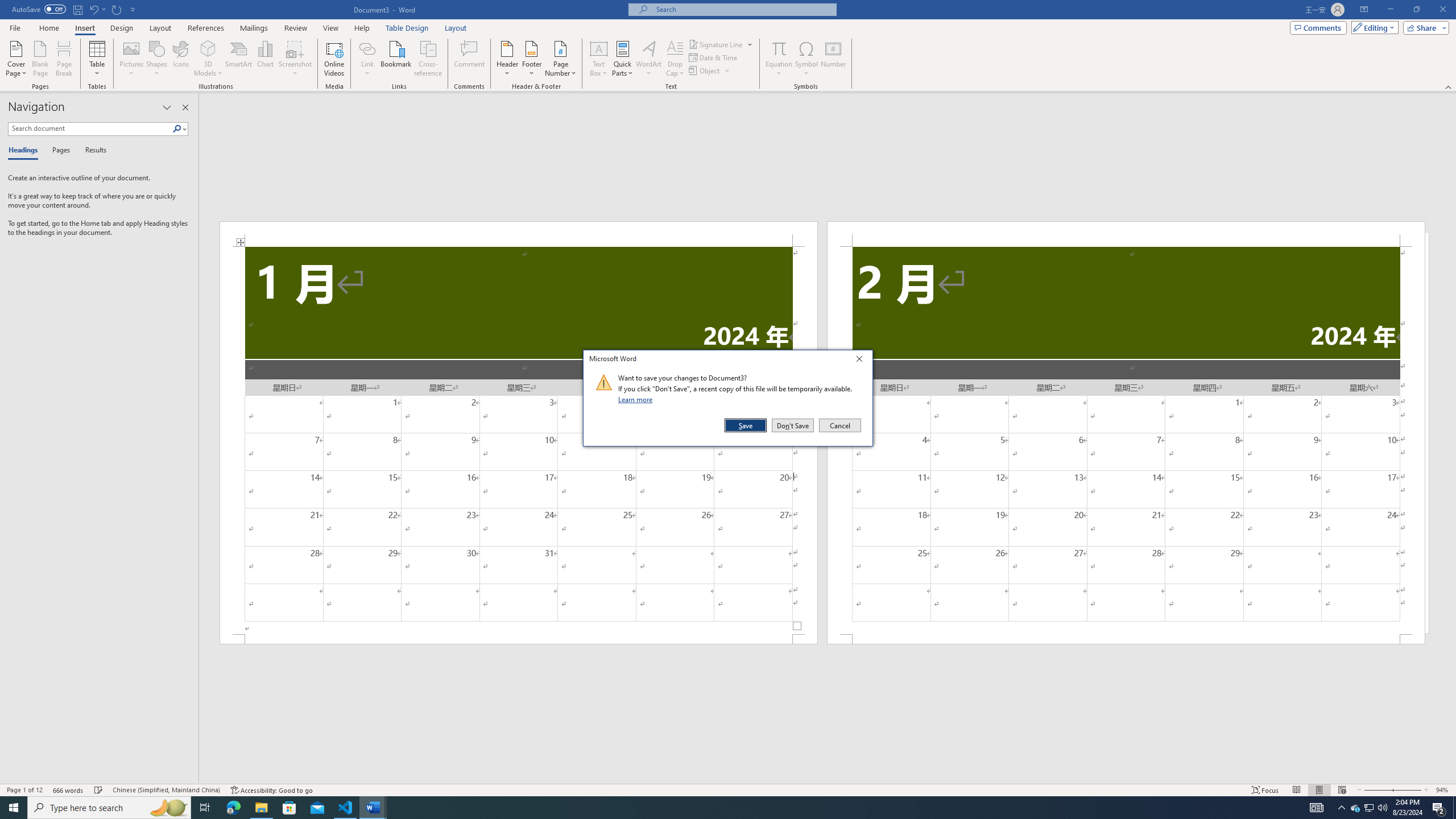  What do you see at coordinates (238, 59) in the screenshot?
I see `'SmartArt...'` at bounding box center [238, 59].